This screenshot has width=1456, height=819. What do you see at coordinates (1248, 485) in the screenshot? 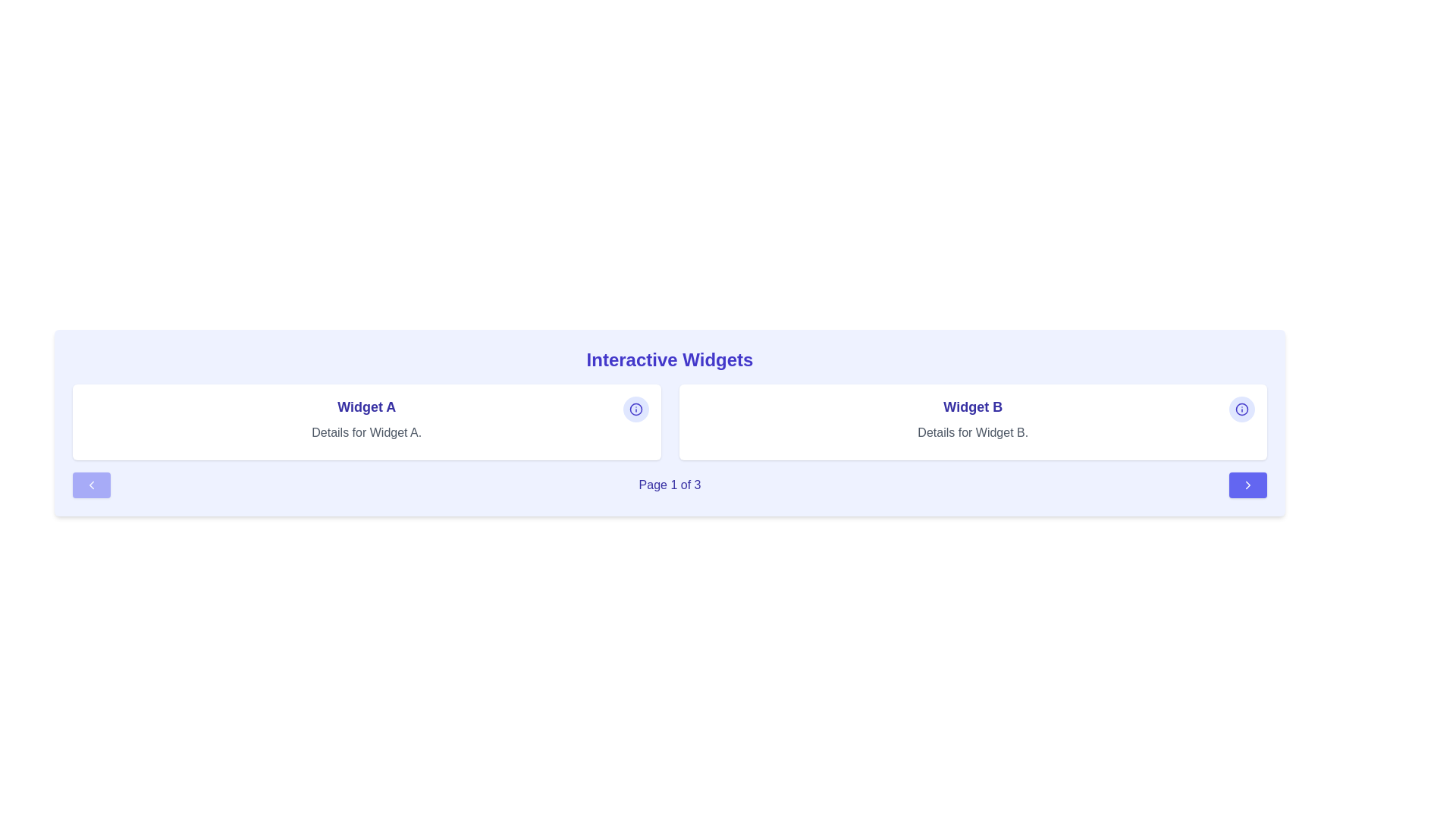
I see `the rightward-facing arrow icon button with a black outline and blue background` at bounding box center [1248, 485].